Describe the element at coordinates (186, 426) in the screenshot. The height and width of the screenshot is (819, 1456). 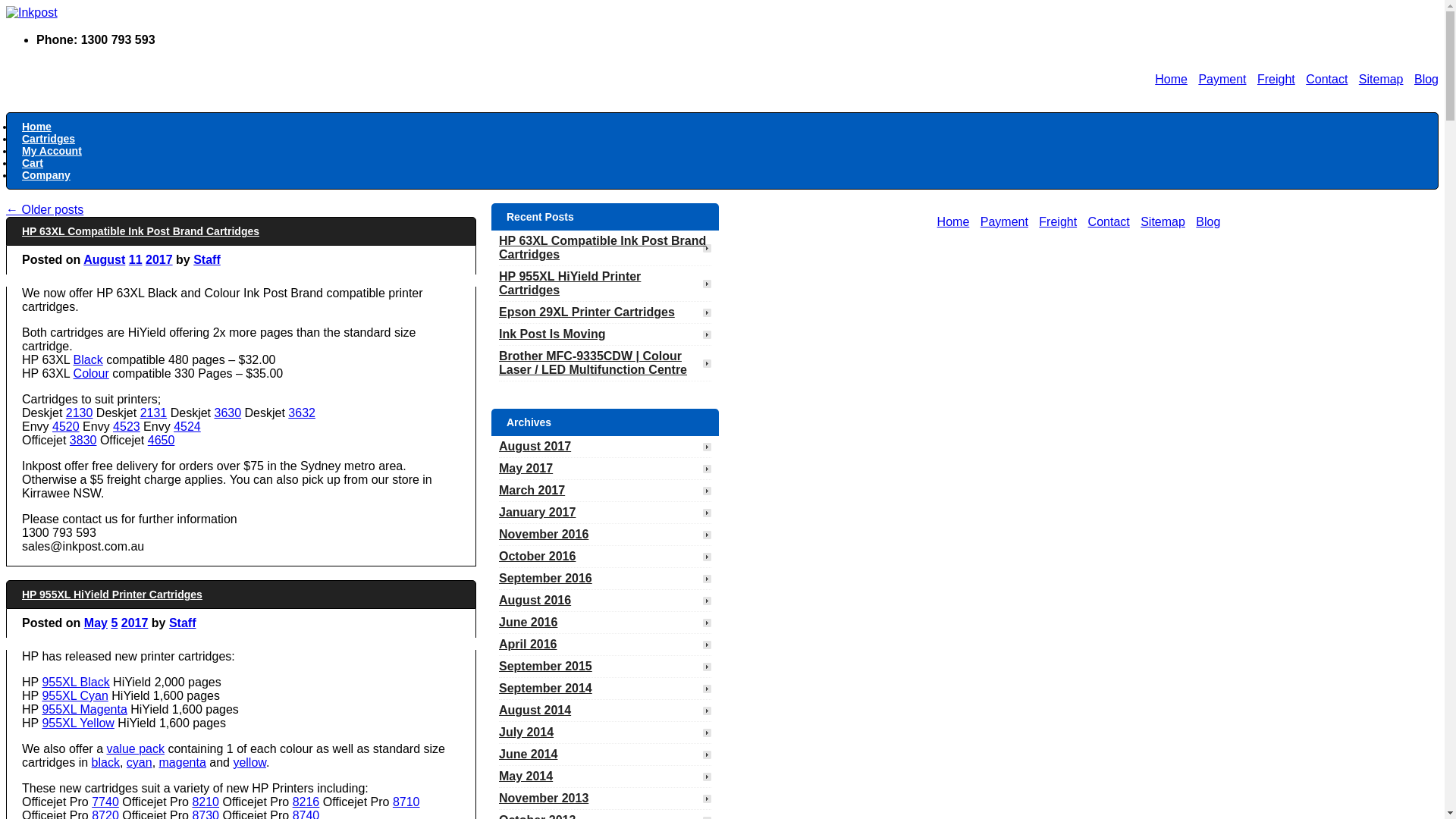
I see `'4524'` at that location.